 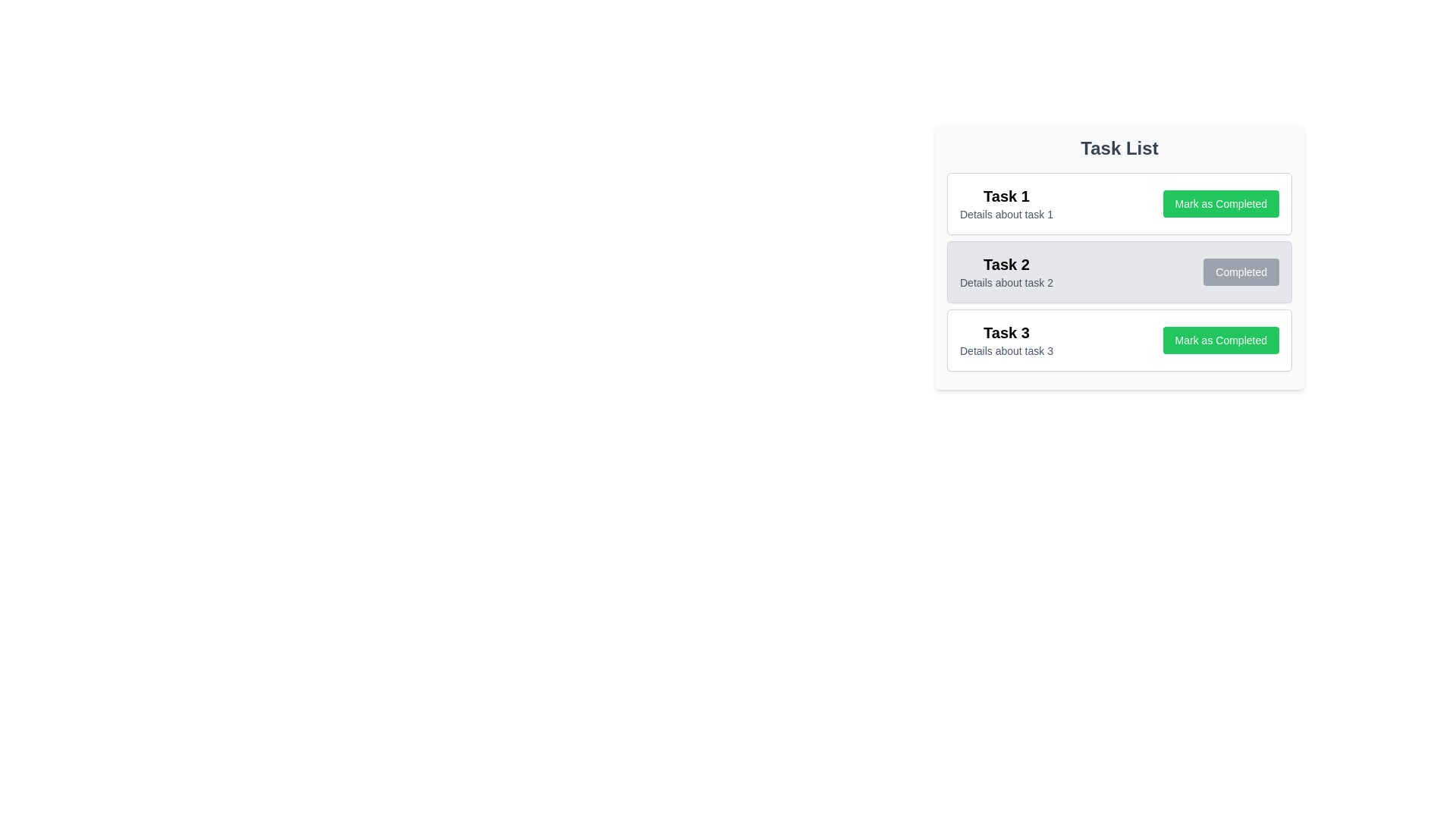 I want to click on the static text element that labels and describes 'Task 2' in the task list, located in the second row of a card within the 'Task List' panel, so click(x=1006, y=271).